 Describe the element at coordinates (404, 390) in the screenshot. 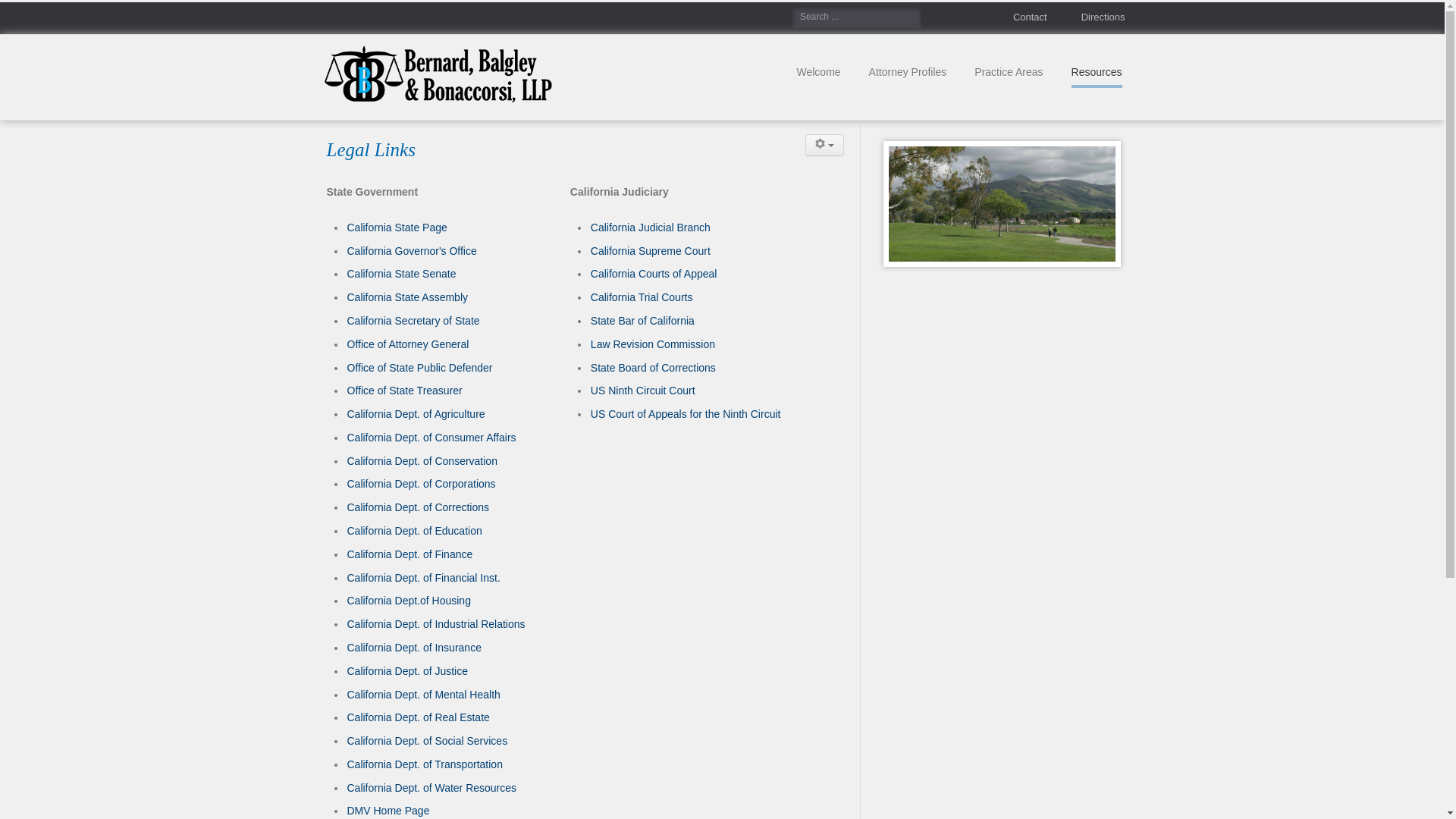

I see `'Office of State Treasurer'` at that location.